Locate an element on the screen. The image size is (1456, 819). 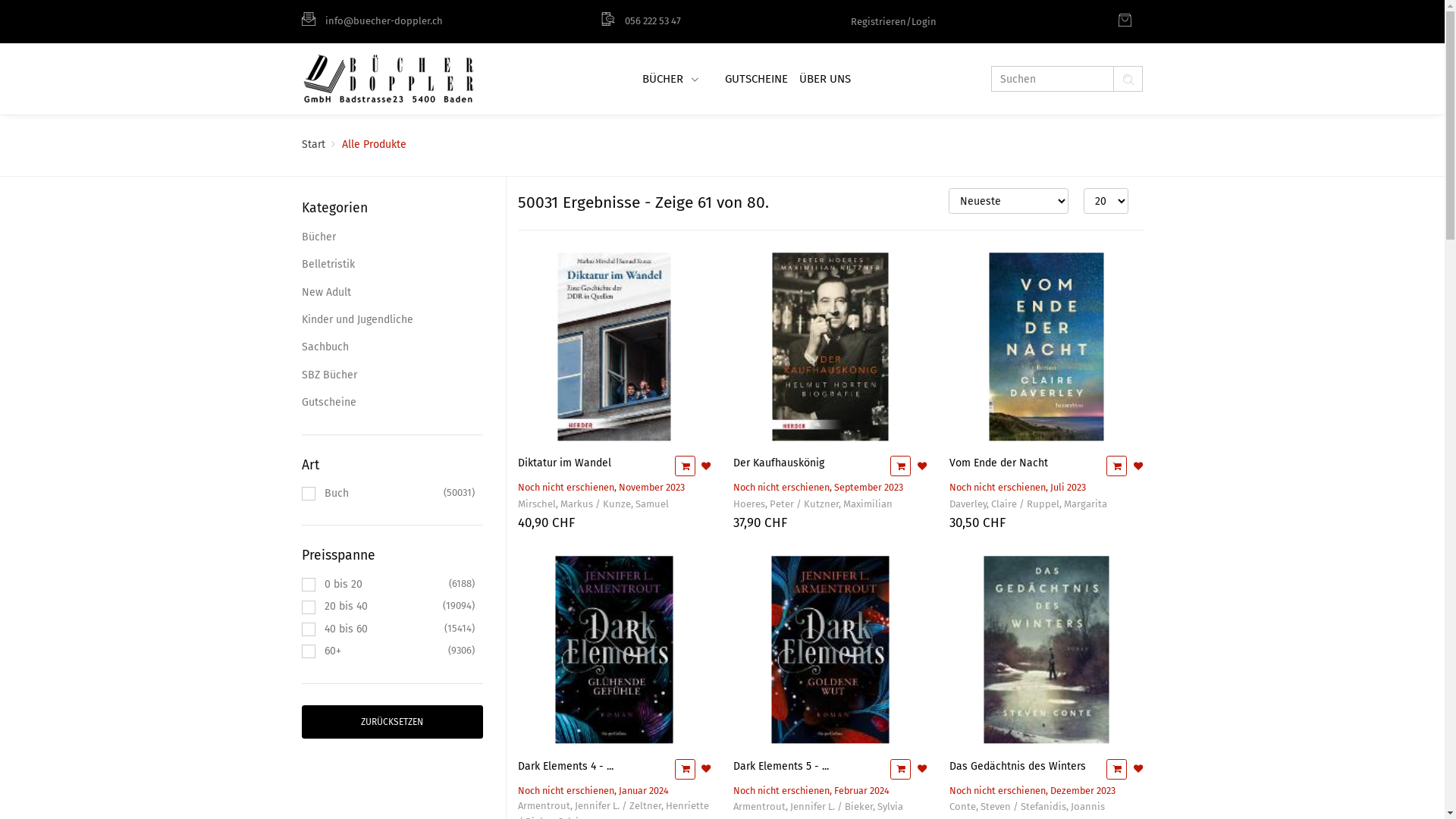
'Diktatur im Wandel' is located at coordinates (563, 462).